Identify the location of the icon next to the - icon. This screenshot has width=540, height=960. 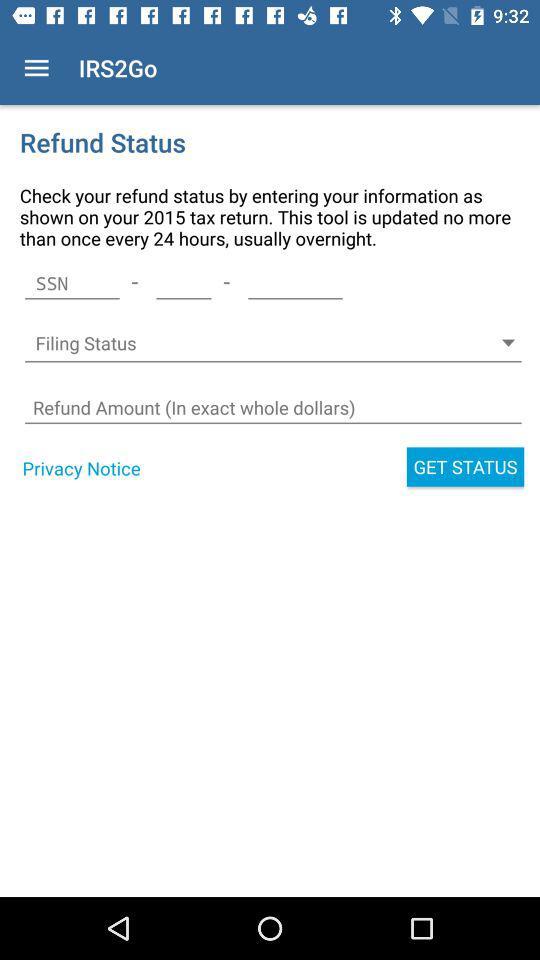
(71, 282).